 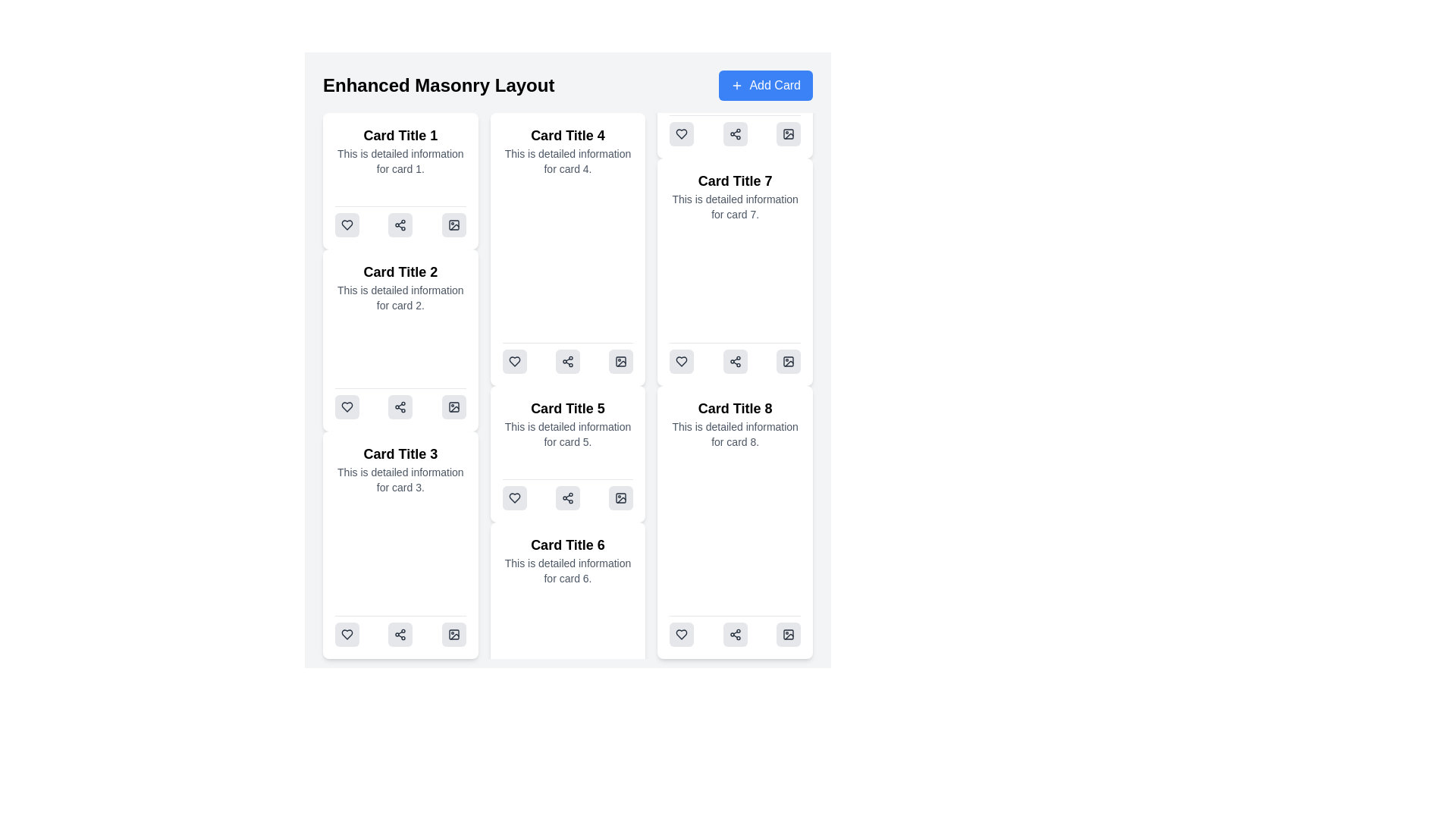 I want to click on the heart-shaped interactive vector icon located at the bottom section of the card titled 'Card Title 3', so click(x=346, y=635).